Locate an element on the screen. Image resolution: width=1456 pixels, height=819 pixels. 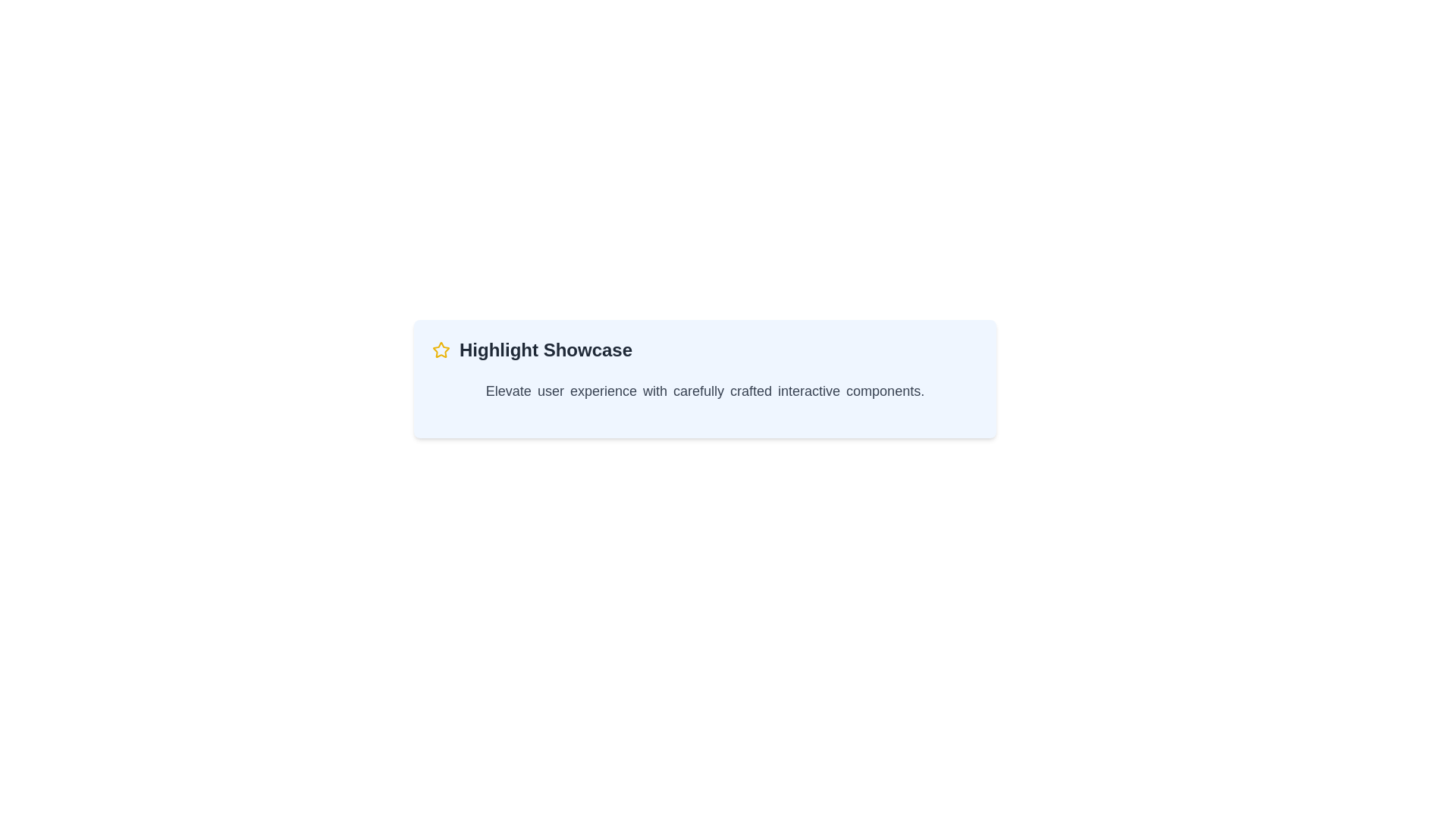
the non-interactive text element that is the fourth word in the sentence below the title 'Highlight Showcase', following 'Elevate', 'user', and 'experience' is located at coordinates (655, 391).